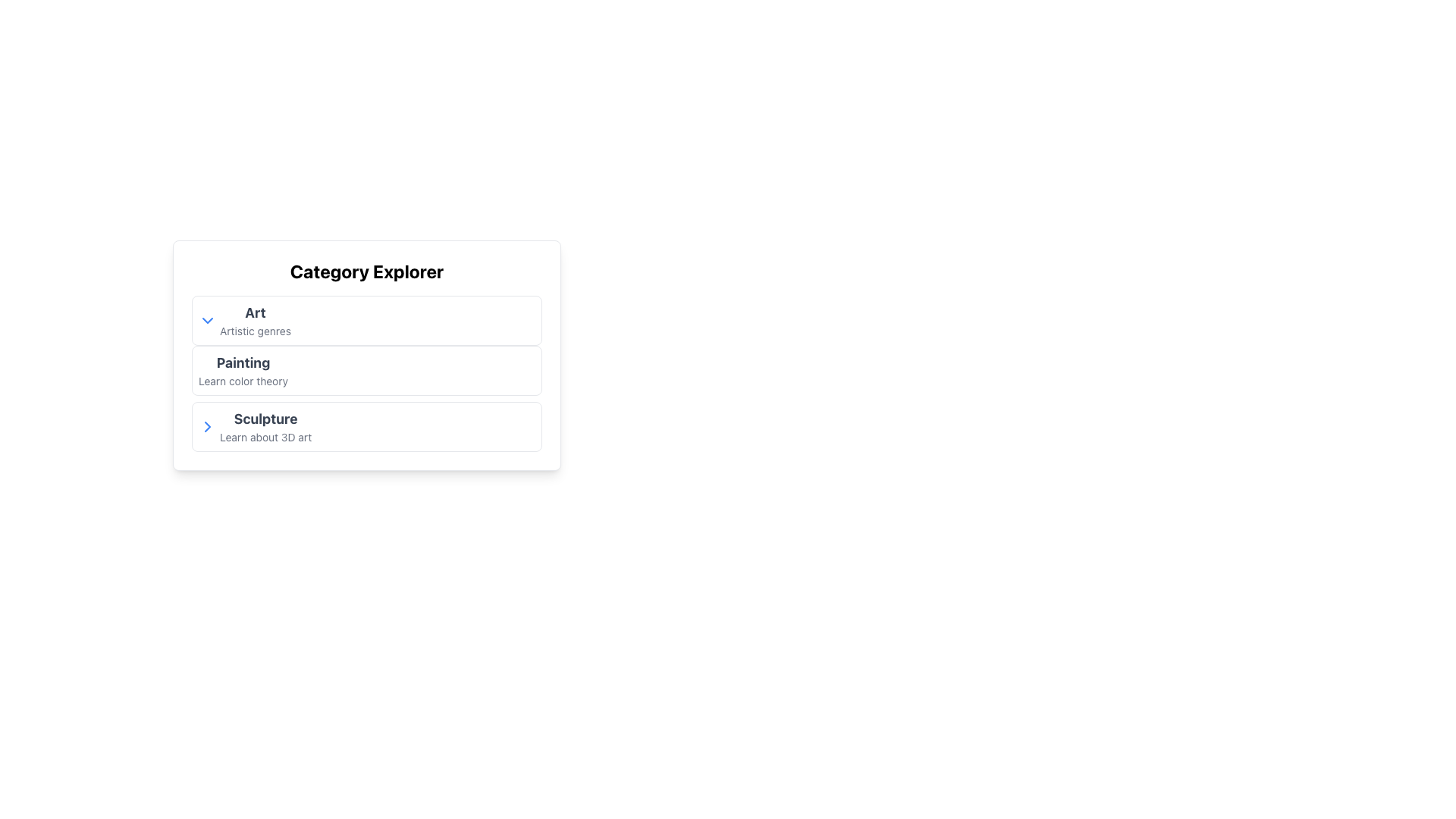 This screenshot has height=819, width=1456. What do you see at coordinates (255, 312) in the screenshot?
I see `the 'Art' category text label, which serves as a title or header for the section` at bounding box center [255, 312].